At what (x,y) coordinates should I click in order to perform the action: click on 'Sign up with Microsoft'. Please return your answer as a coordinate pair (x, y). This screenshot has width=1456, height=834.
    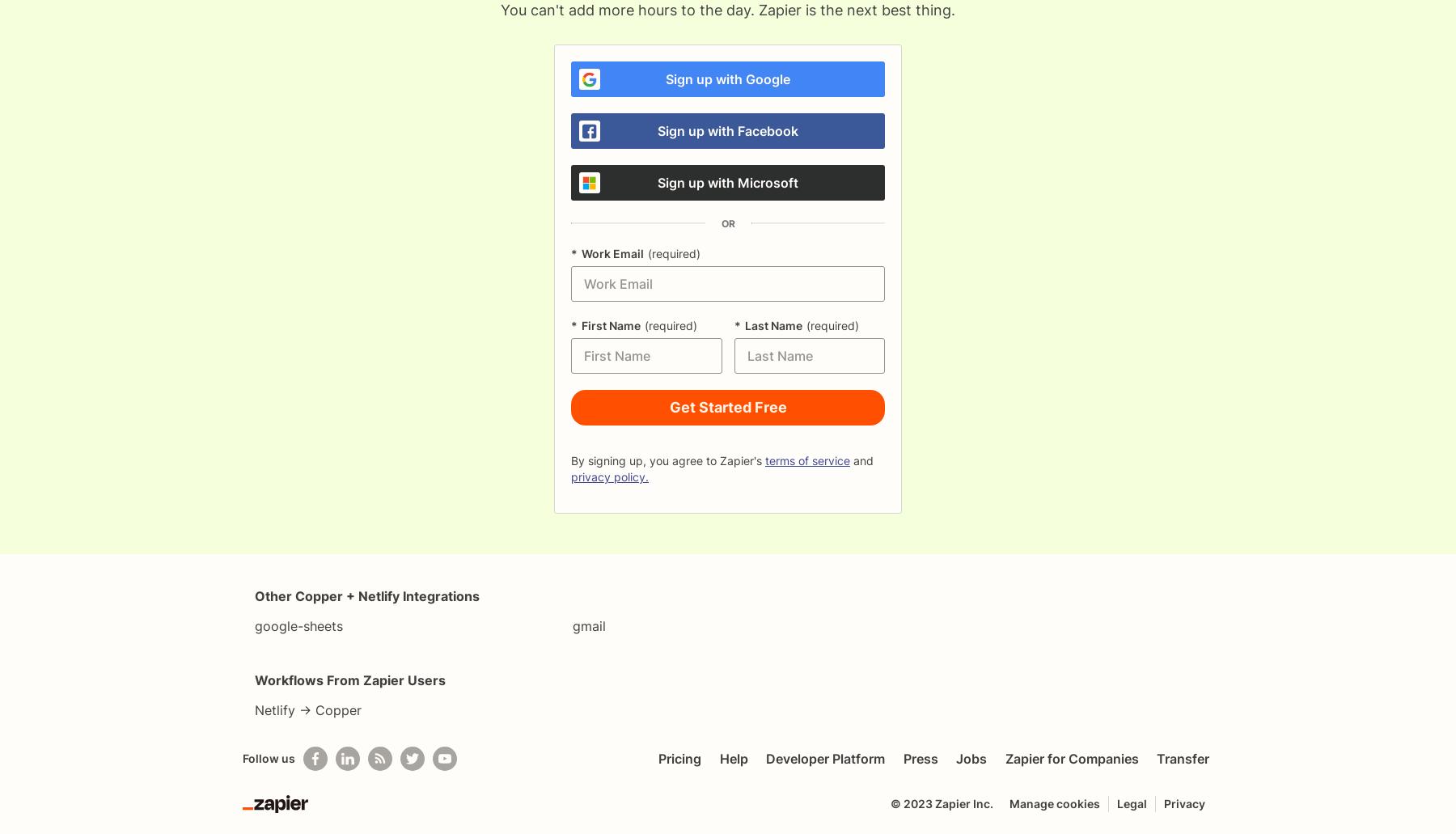
    Looking at the image, I should click on (728, 182).